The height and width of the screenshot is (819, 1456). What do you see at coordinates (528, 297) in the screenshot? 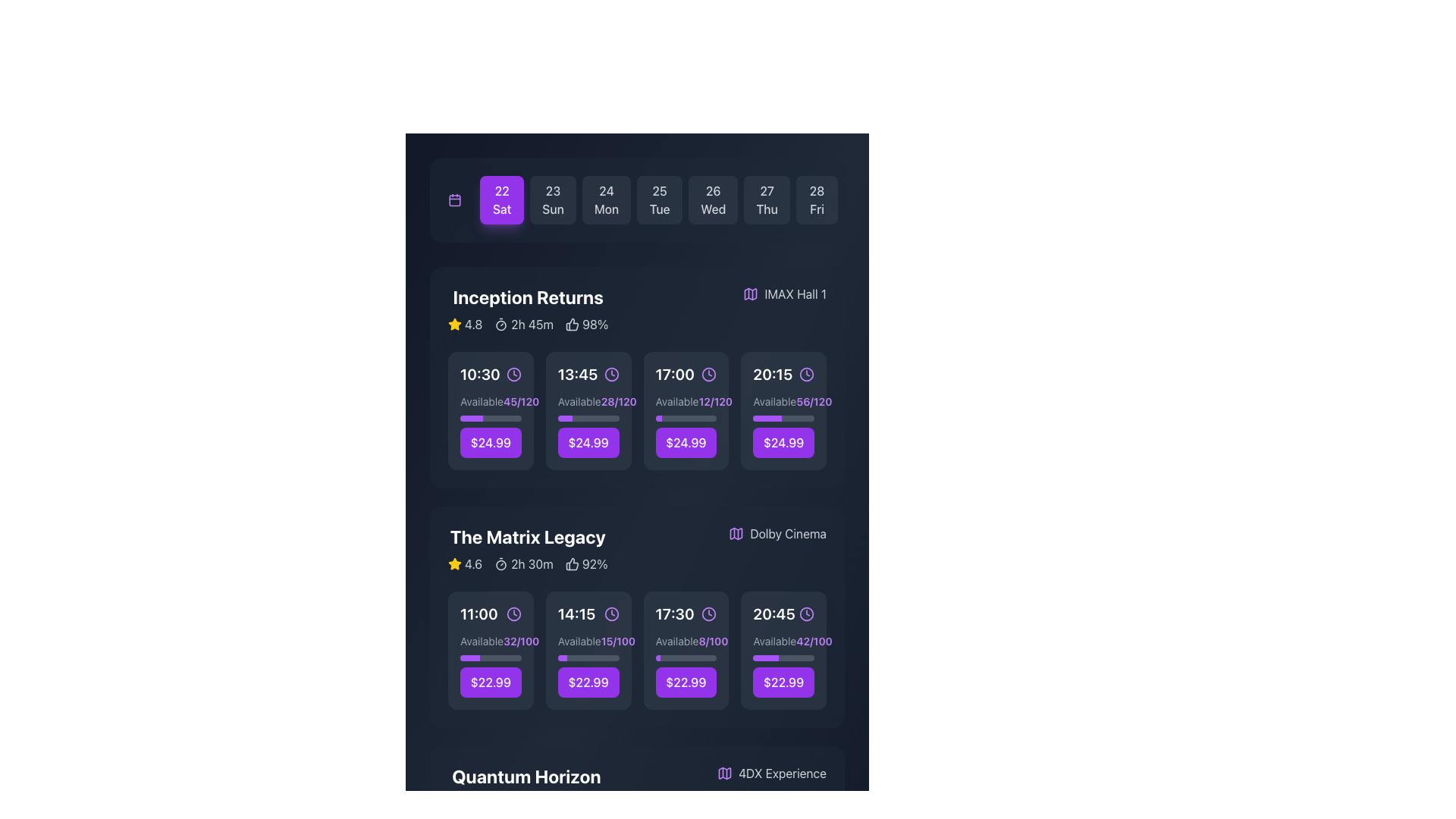
I see `the text content of the title label displaying 'Inception Returns', which is the primary label for the movie's metadata` at bounding box center [528, 297].